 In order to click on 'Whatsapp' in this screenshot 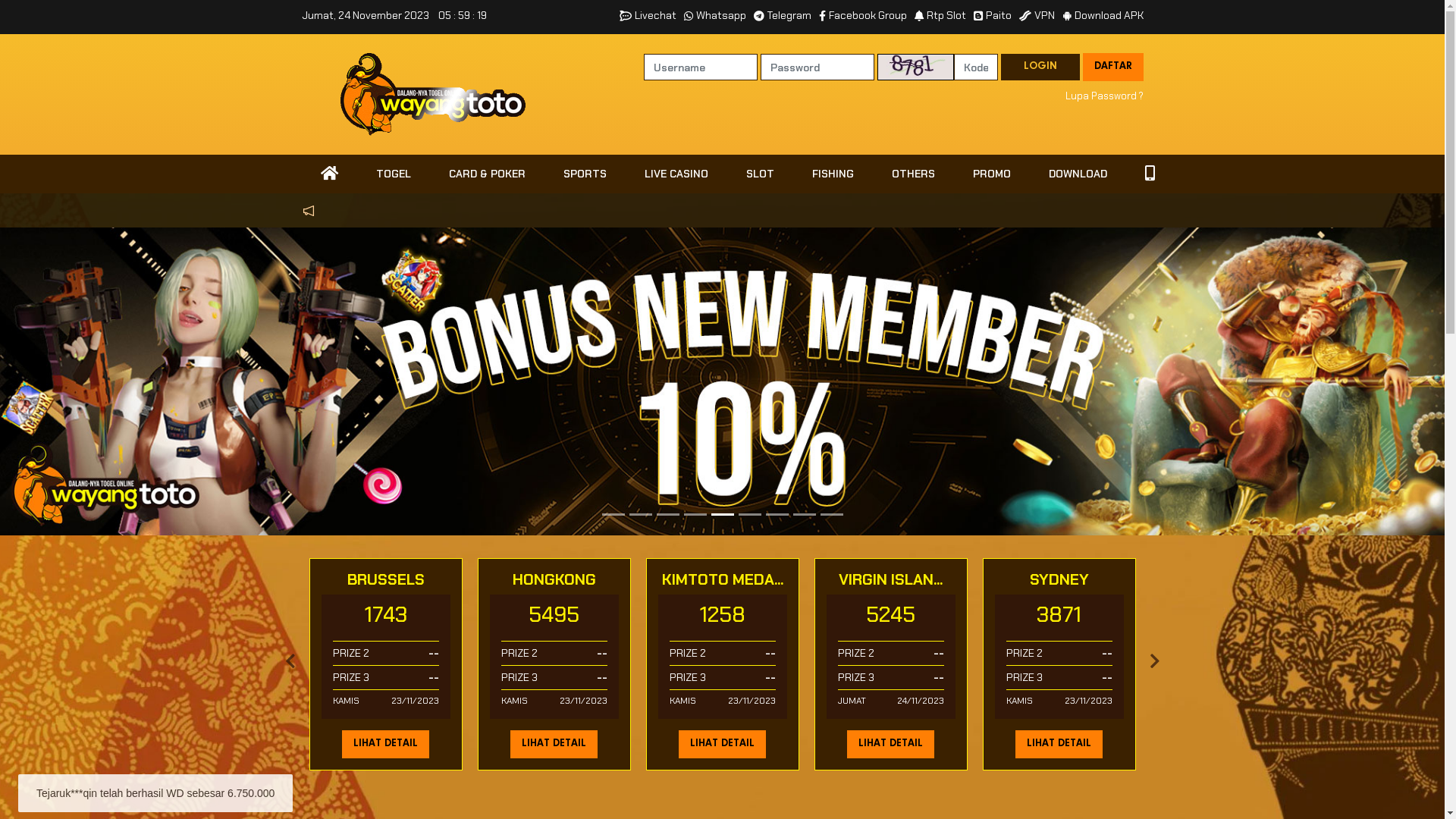, I will do `click(683, 15)`.